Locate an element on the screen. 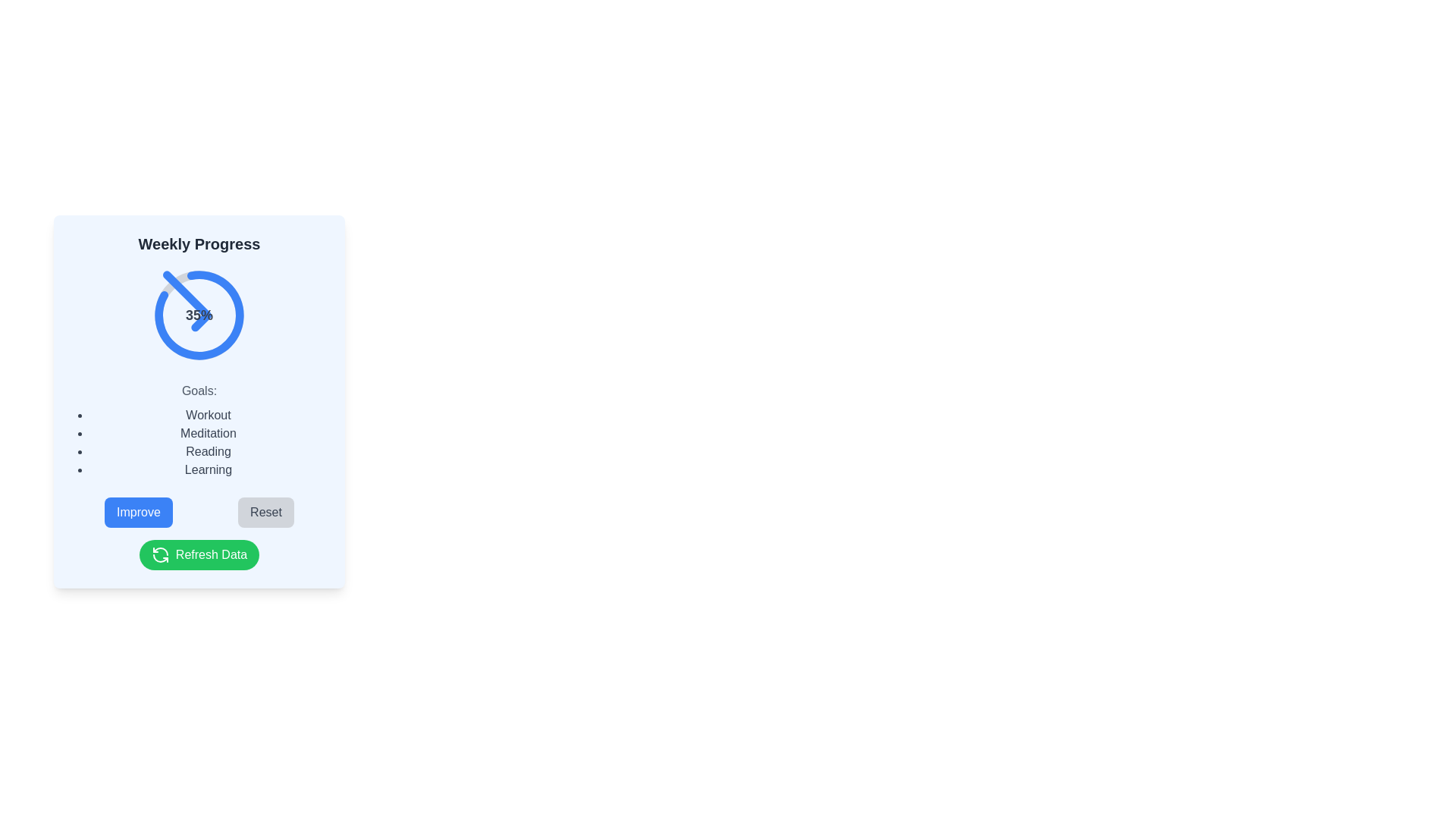 Image resolution: width=1456 pixels, height=819 pixels. the 'Reset' button, which is a rectangular button with rounded corners and a gray background, located to the right of the 'Improve' button is located at coordinates (265, 512).